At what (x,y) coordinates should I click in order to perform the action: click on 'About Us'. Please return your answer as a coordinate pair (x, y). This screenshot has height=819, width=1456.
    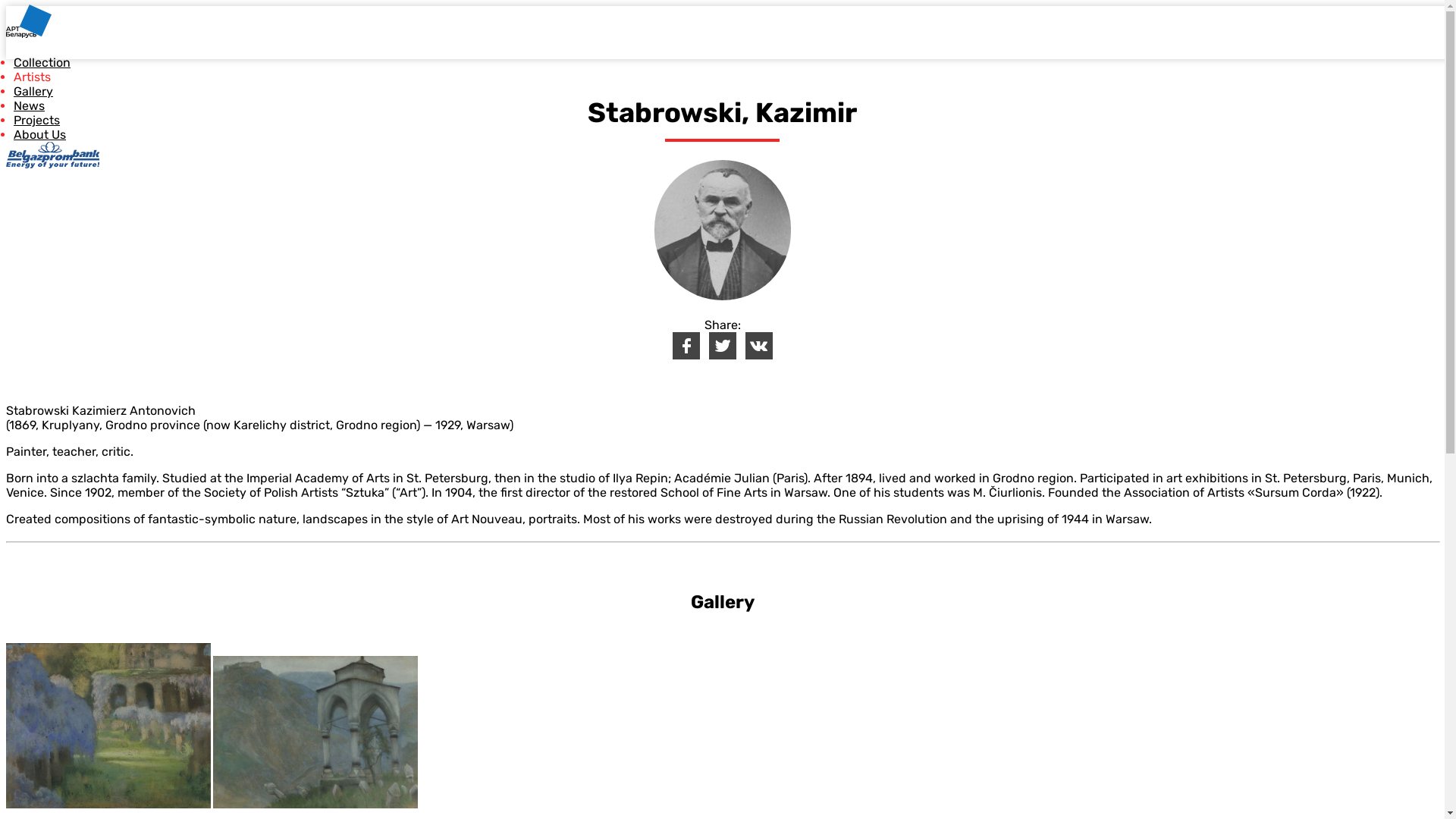
    Looking at the image, I should click on (39, 133).